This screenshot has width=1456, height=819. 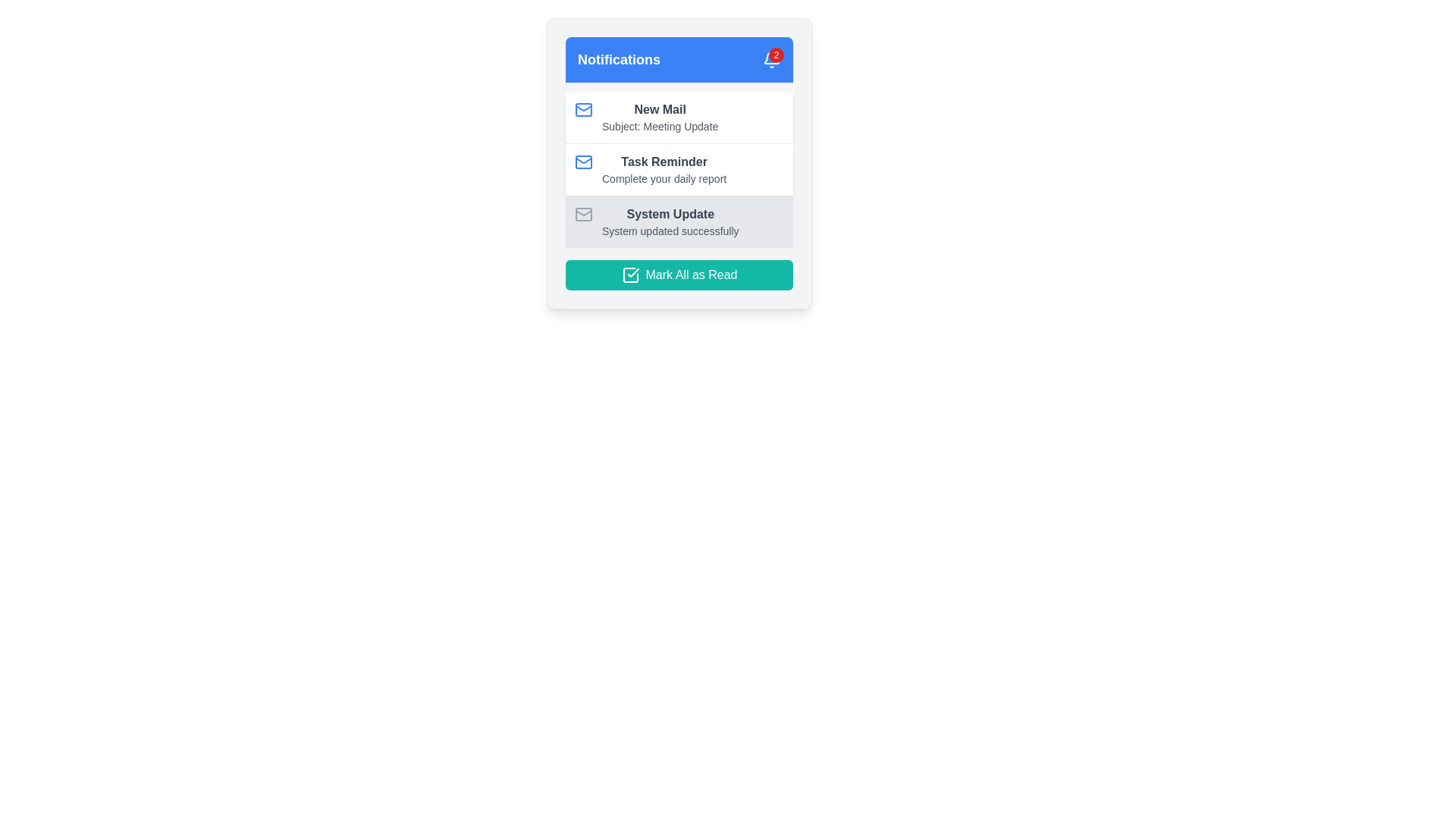 What do you see at coordinates (679, 116) in the screenshot?
I see `the first notification list item that indicates a new mail with the subject 'Meeting Update', which is located immediately below the notification header` at bounding box center [679, 116].